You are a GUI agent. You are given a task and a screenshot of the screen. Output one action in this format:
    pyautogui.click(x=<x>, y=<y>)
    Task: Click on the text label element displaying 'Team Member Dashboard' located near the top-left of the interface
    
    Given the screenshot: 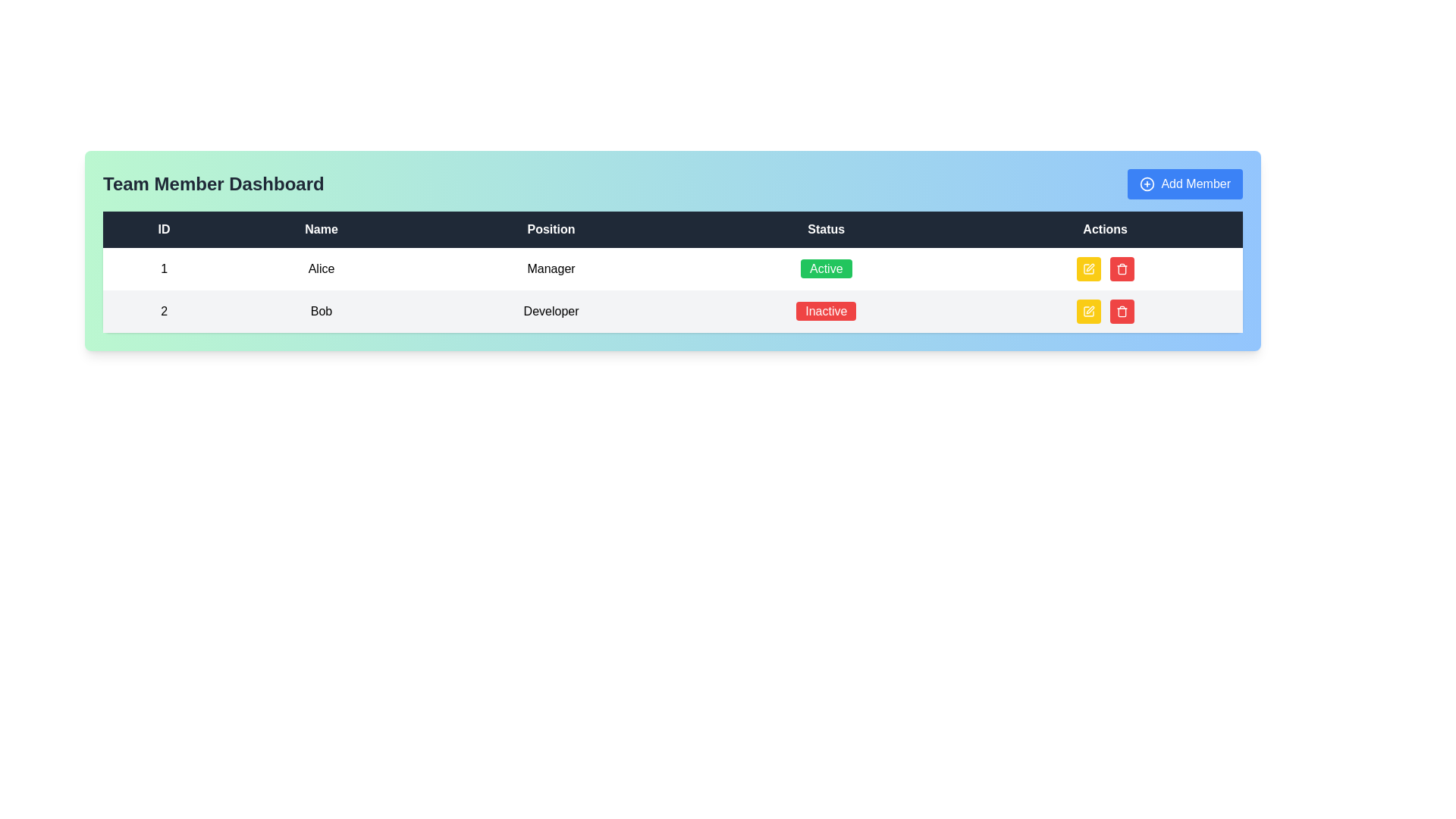 What is the action you would take?
    pyautogui.click(x=212, y=184)
    